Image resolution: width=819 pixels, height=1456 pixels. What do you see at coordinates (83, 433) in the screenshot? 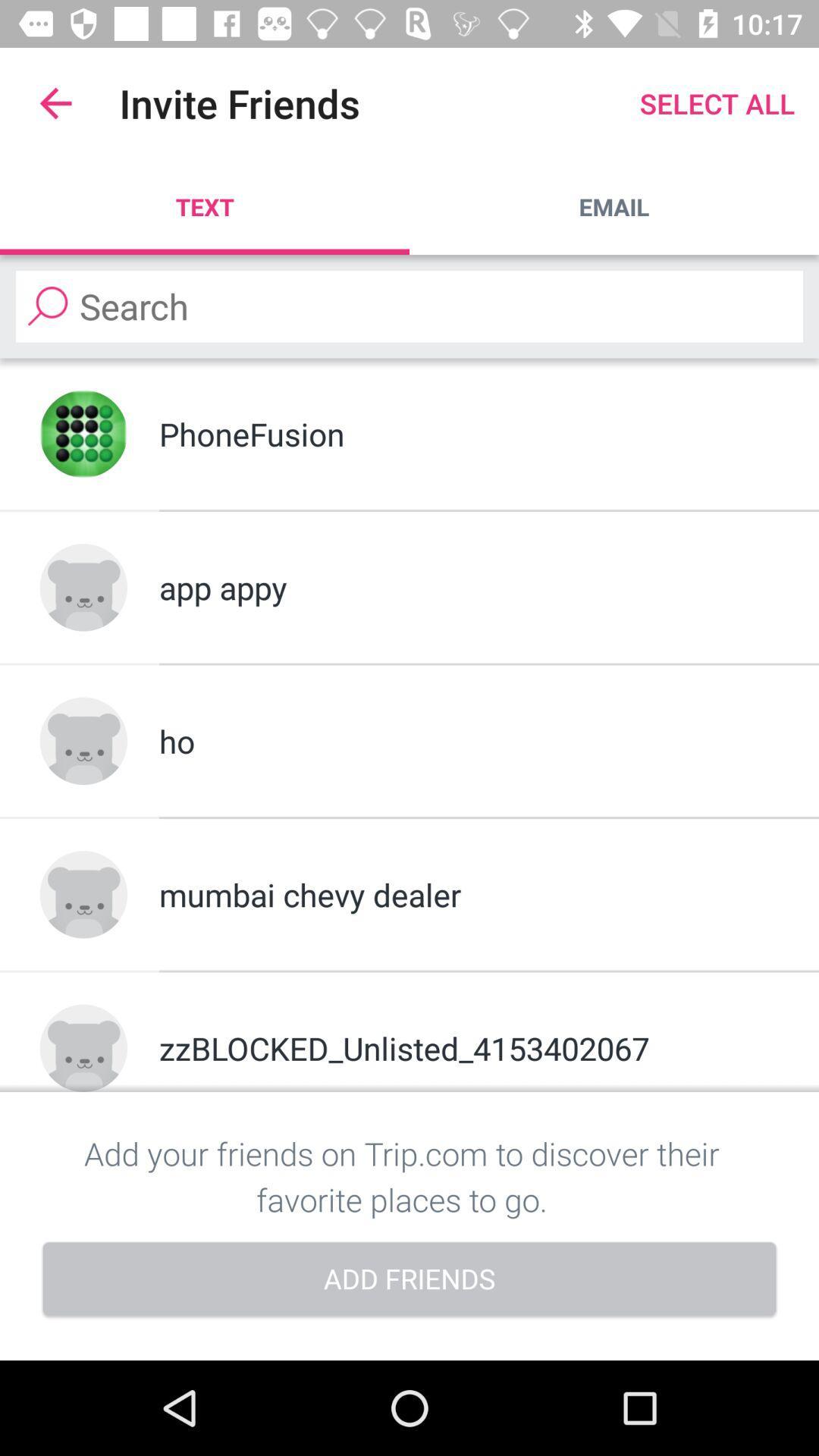
I see `the icon below the search bar` at bounding box center [83, 433].